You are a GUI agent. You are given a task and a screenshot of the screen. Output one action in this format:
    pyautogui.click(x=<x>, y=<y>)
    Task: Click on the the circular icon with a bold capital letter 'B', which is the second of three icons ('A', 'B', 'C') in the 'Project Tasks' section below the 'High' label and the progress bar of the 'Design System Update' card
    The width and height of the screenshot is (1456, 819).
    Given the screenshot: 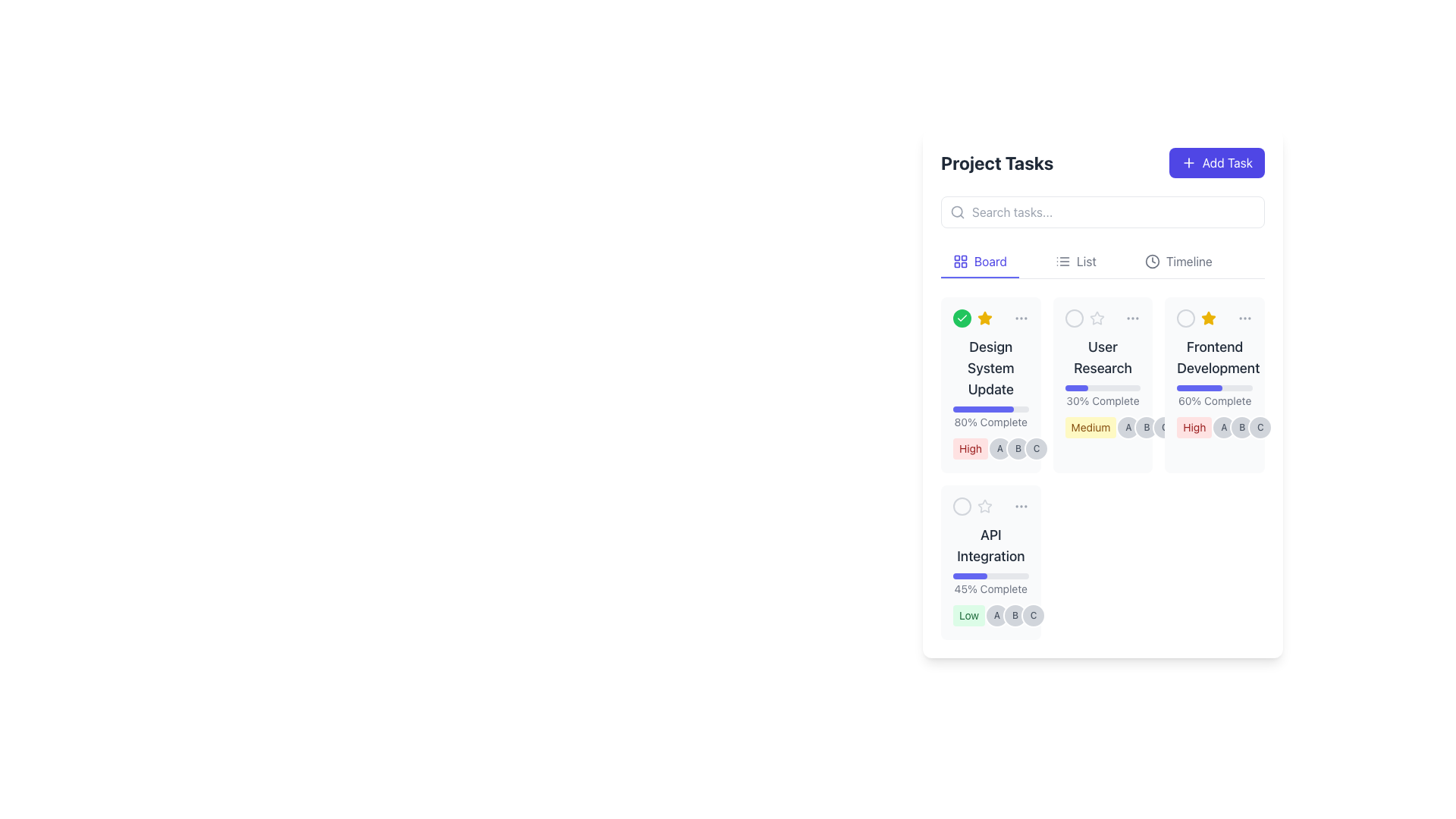 What is the action you would take?
    pyautogui.click(x=1018, y=447)
    